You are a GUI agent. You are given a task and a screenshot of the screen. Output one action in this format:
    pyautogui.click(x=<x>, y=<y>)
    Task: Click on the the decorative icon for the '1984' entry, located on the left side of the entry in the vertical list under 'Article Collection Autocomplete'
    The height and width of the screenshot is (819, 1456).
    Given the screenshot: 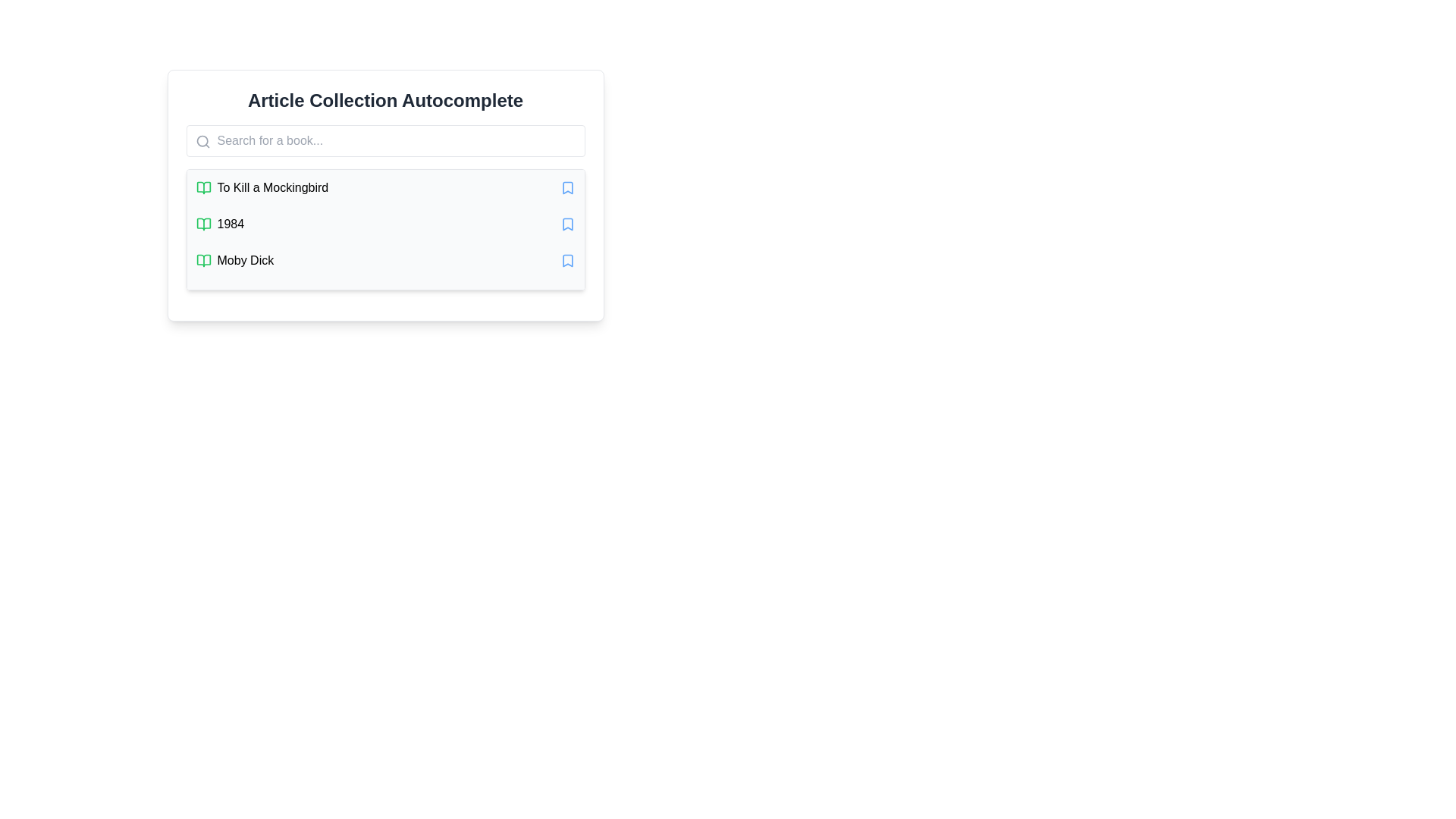 What is the action you would take?
    pyautogui.click(x=202, y=224)
    